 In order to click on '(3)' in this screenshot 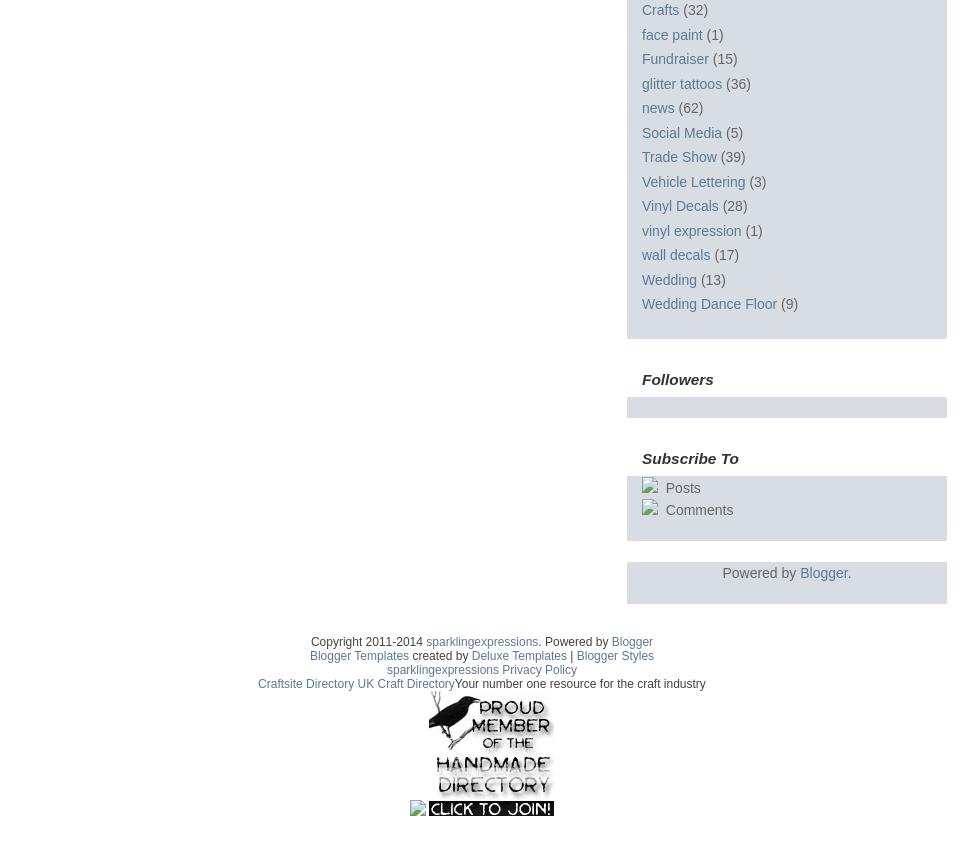, I will do `click(756, 180)`.